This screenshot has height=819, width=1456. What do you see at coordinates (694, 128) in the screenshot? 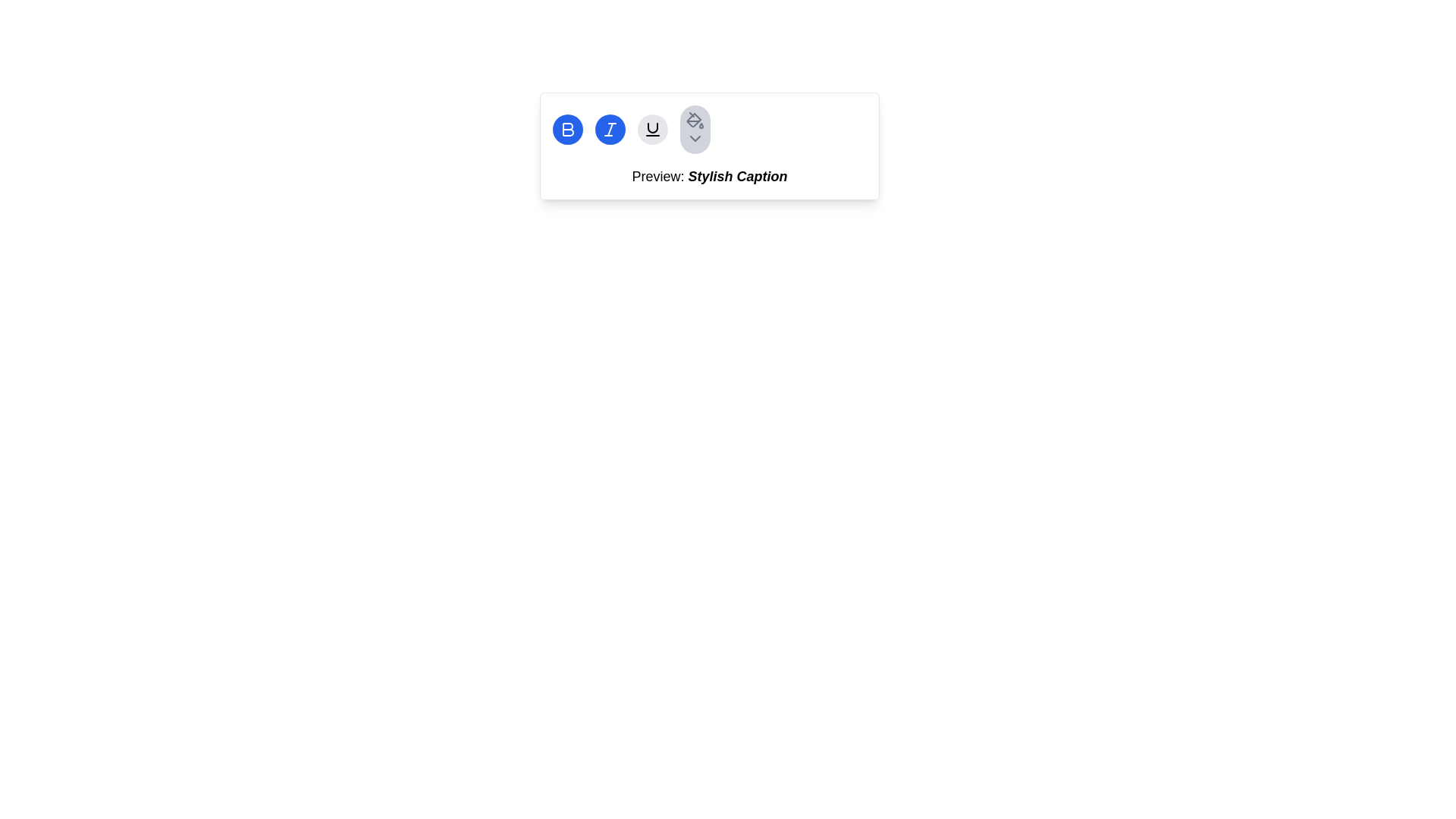
I see `the circular button with a light gray background and a gray paint bucket icon at the far-right end of the row` at bounding box center [694, 128].